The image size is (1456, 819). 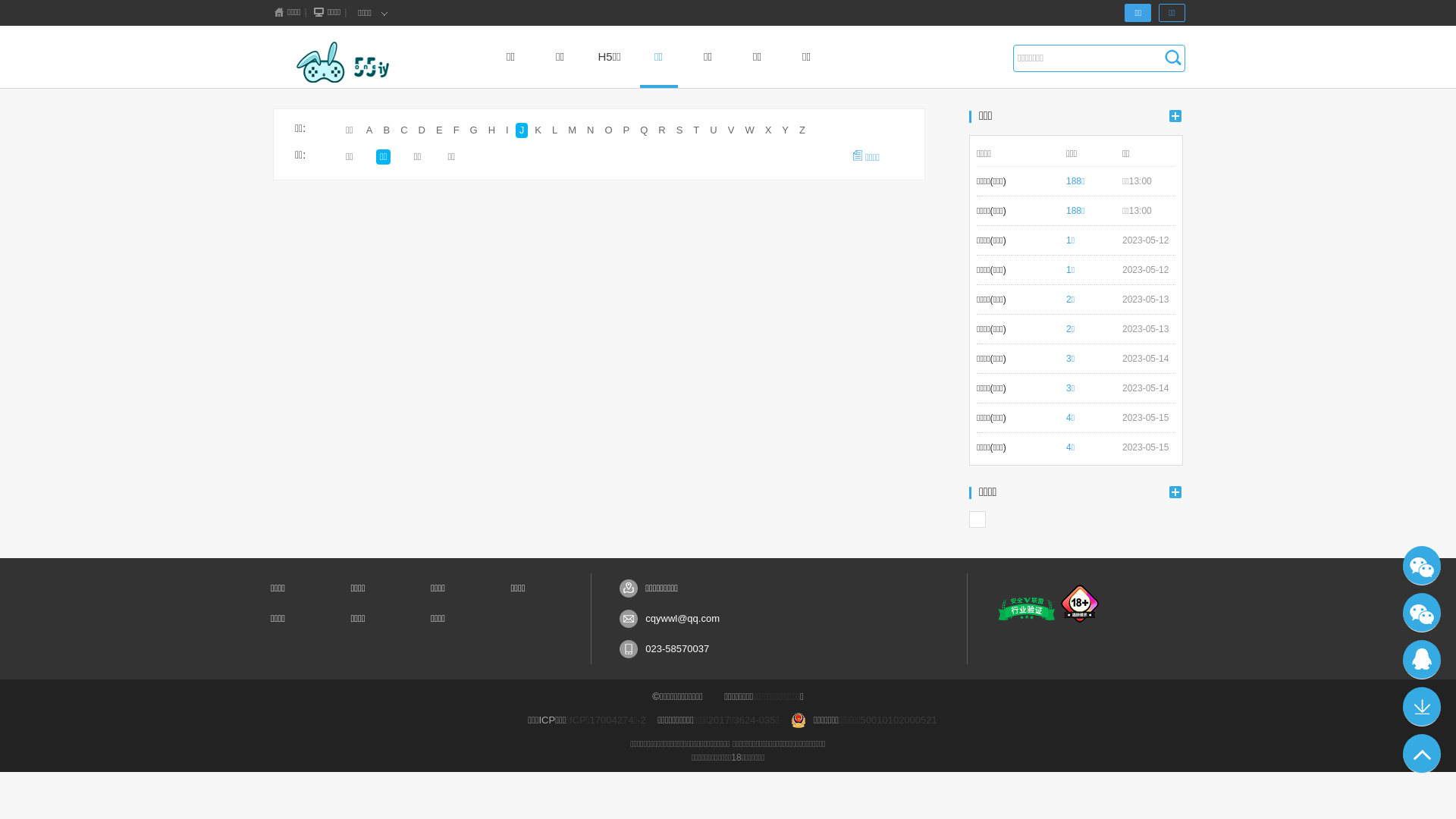 What do you see at coordinates (507, 130) in the screenshot?
I see `'I'` at bounding box center [507, 130].